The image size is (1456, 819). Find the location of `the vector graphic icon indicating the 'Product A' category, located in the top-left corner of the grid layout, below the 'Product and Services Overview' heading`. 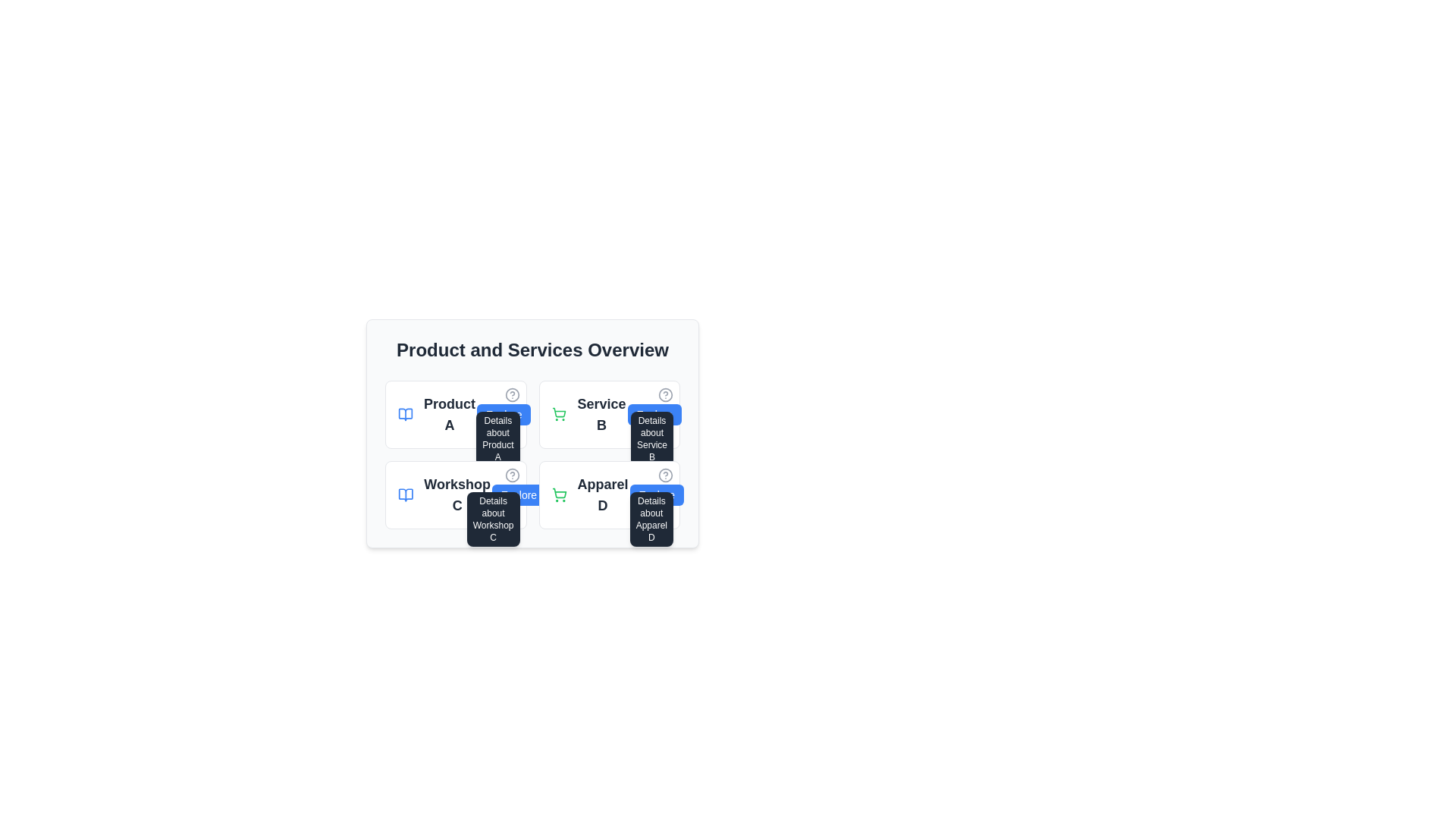

the vector graphic icon indicating the 'Product A' category, located in the top-left corner of the grid layout, below the 'Product and Services Overview' heading is located at coordinates (406, 494).